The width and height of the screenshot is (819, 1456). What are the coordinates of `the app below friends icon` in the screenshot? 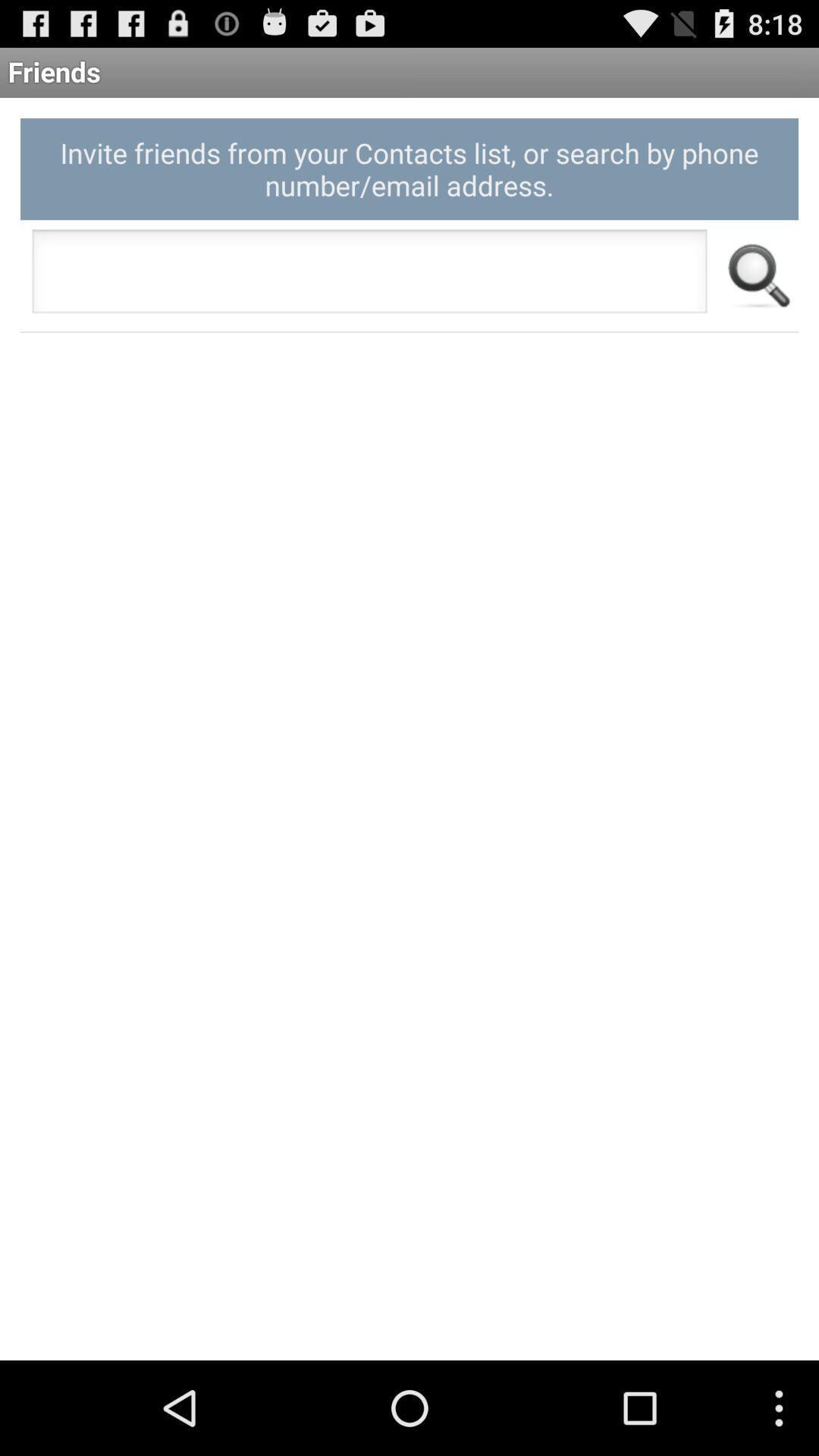 It's located at (409, 169).